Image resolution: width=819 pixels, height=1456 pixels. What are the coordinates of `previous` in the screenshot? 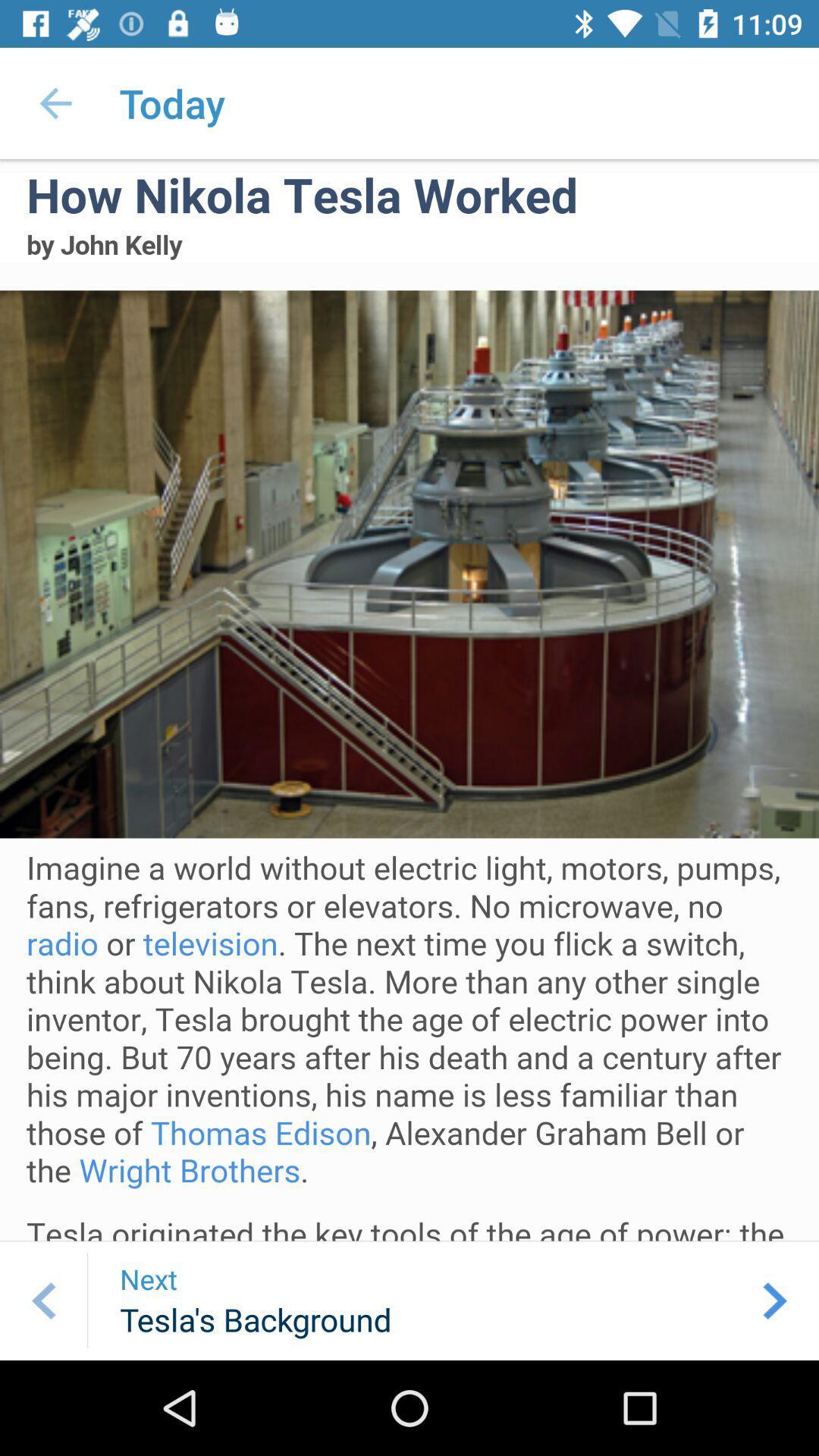 It's located at (42, 1300).